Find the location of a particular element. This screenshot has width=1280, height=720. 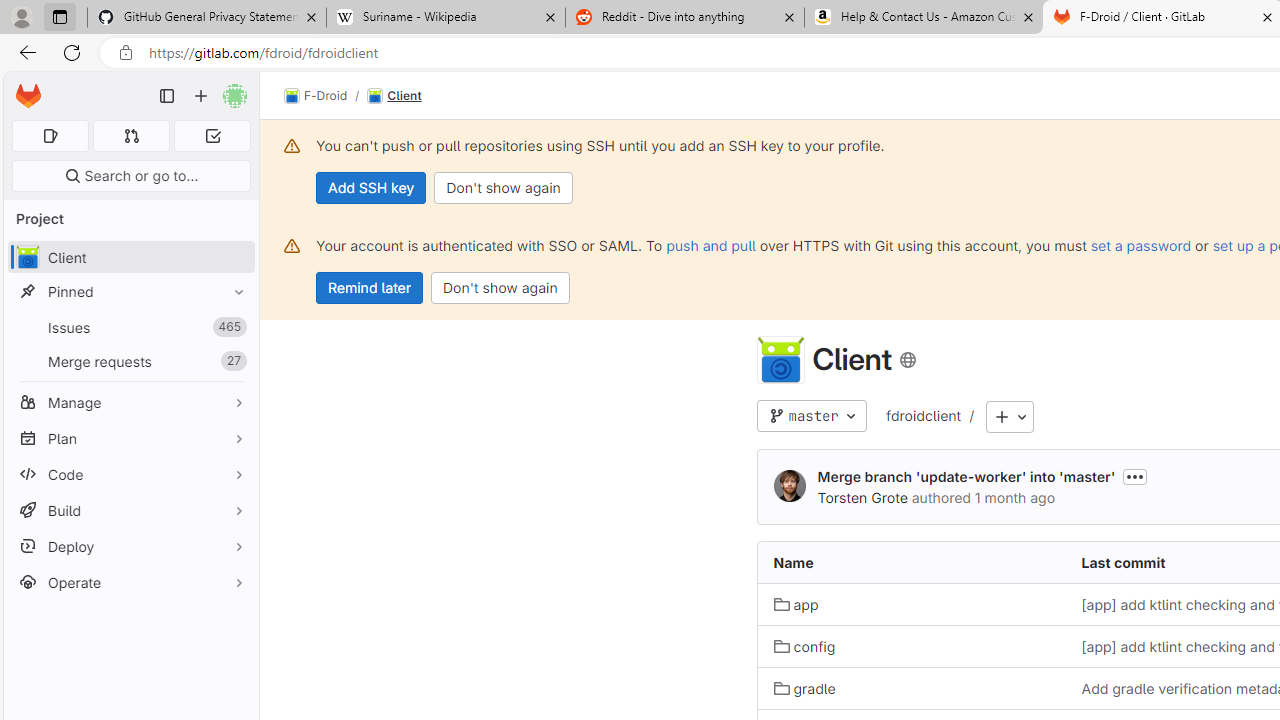

'Merge requests 0' is located at coordinates (130, 135).